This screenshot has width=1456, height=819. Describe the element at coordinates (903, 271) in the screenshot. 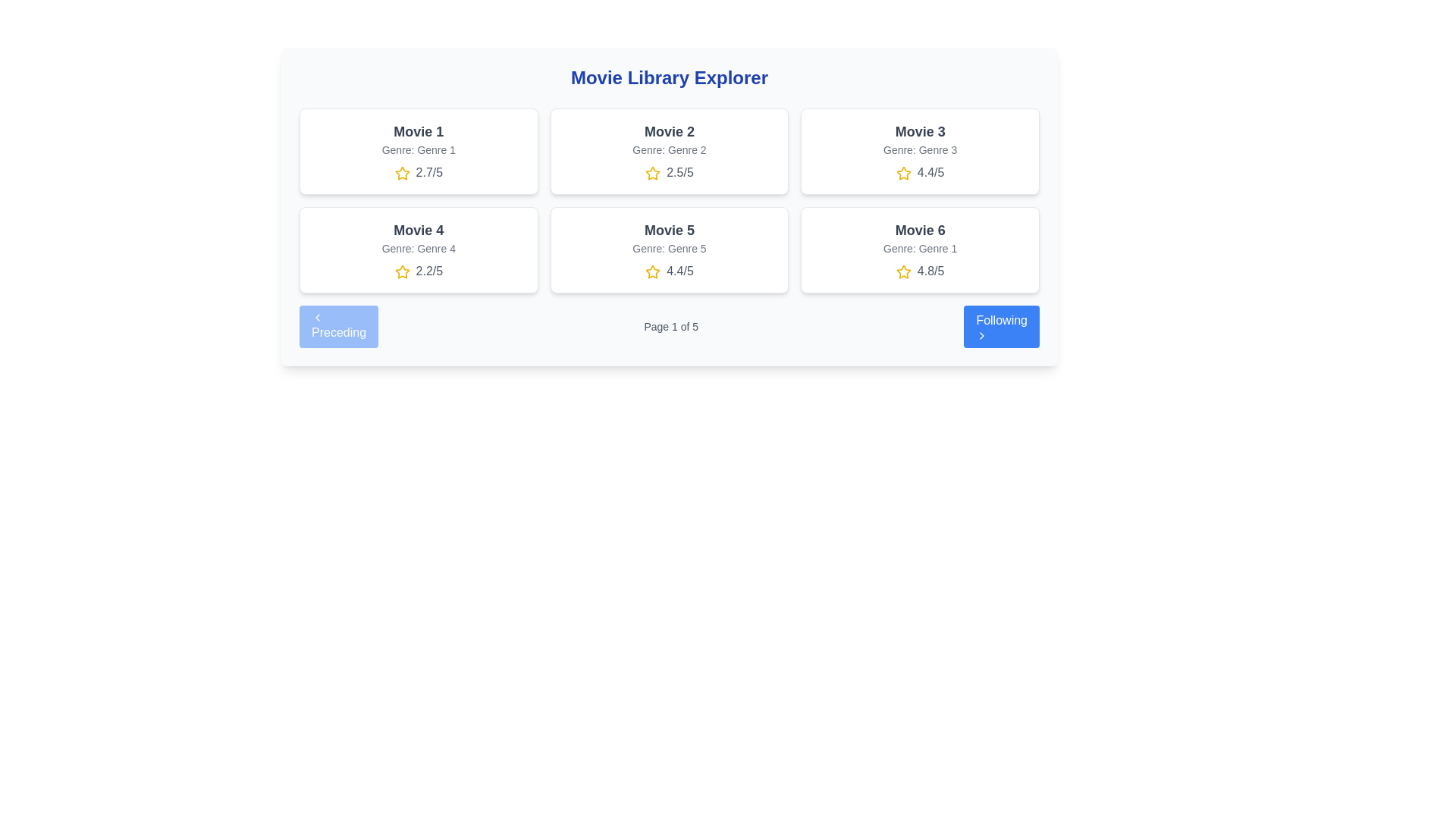

I see `the star-shaped rating icon with a yellow outline located under the title and genre of 'Movie 6', which displays a rating of '4.8/5'` at that location.